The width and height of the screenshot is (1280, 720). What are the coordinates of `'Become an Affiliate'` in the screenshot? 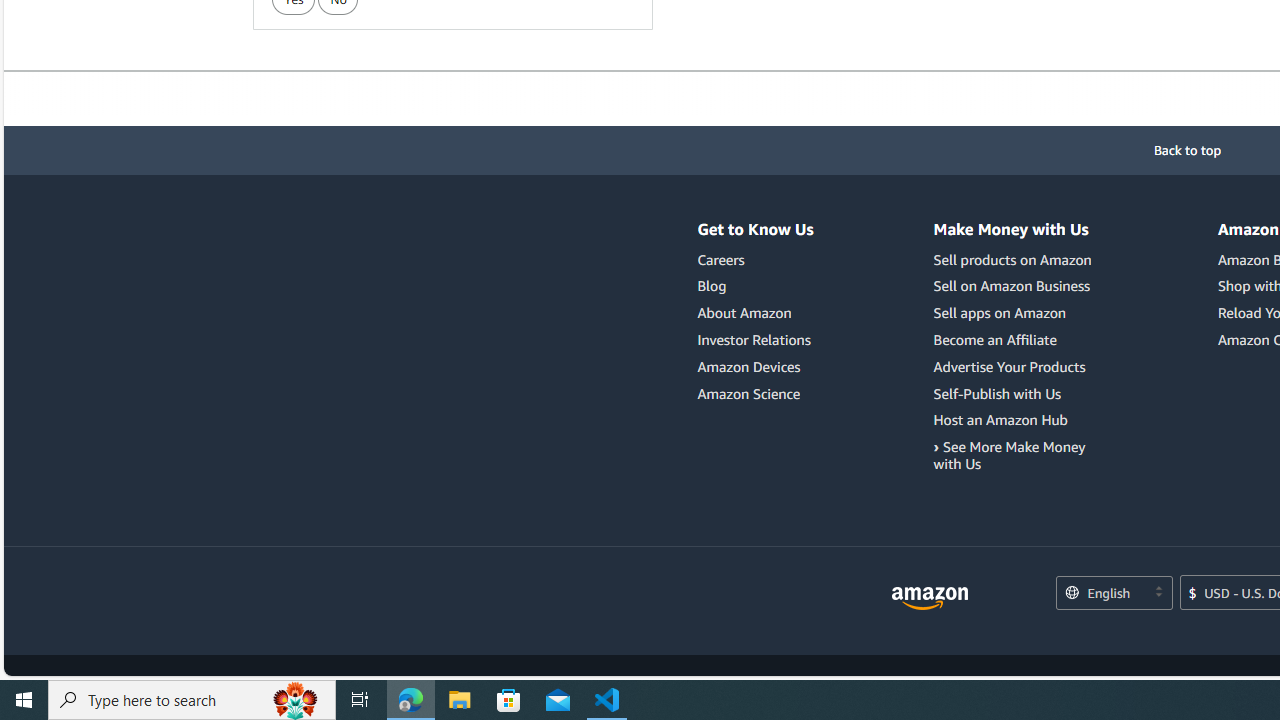 It's located at (1015, 339).